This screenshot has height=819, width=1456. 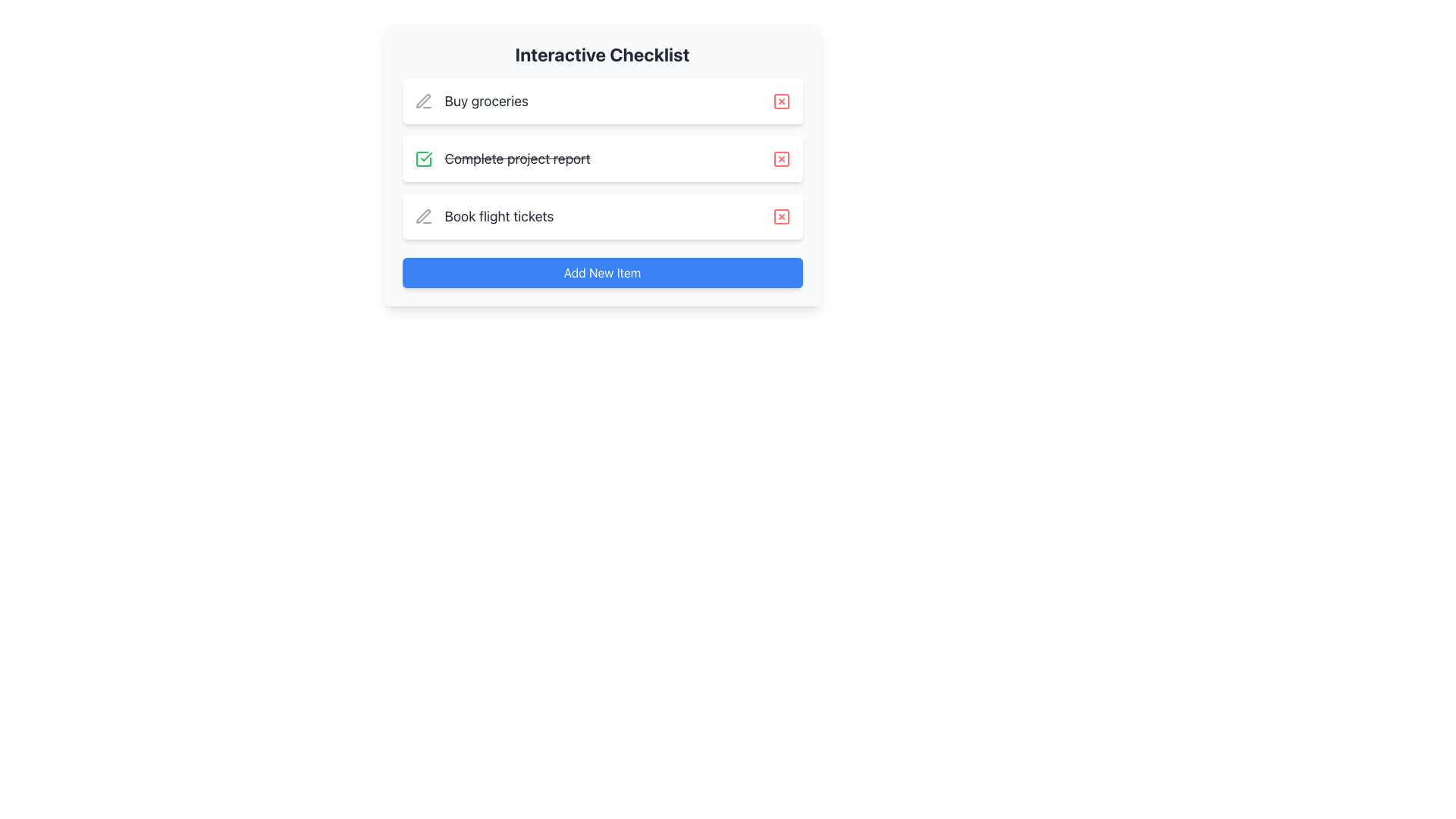 I want to click on the completed task 'Complete project report' in the checklist, so click(x=601, y=158).